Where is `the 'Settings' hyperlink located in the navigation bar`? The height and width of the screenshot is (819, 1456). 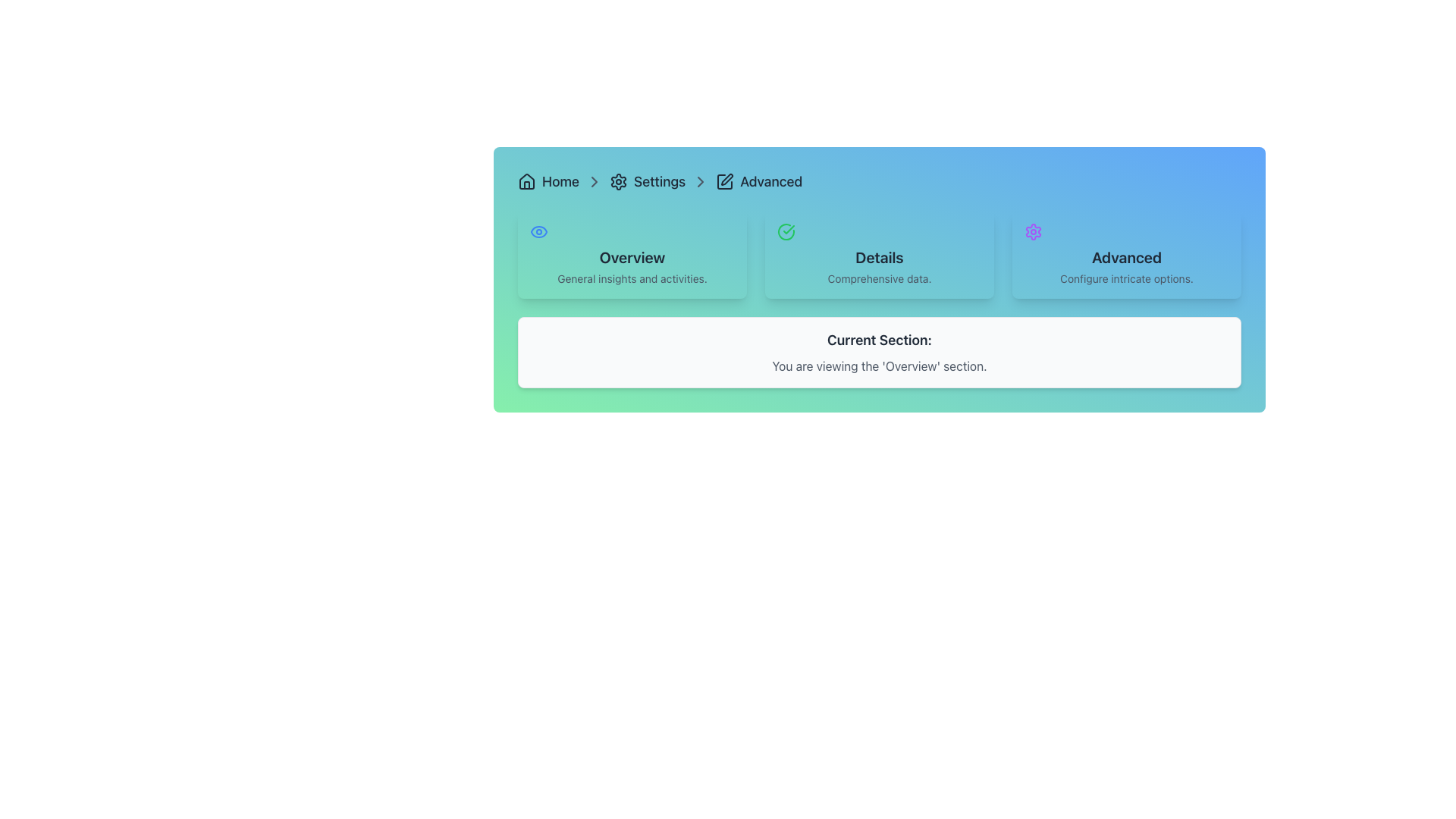 the 'Settings' hyperlink located in the navigation bar is located at coordinates (660, 180).